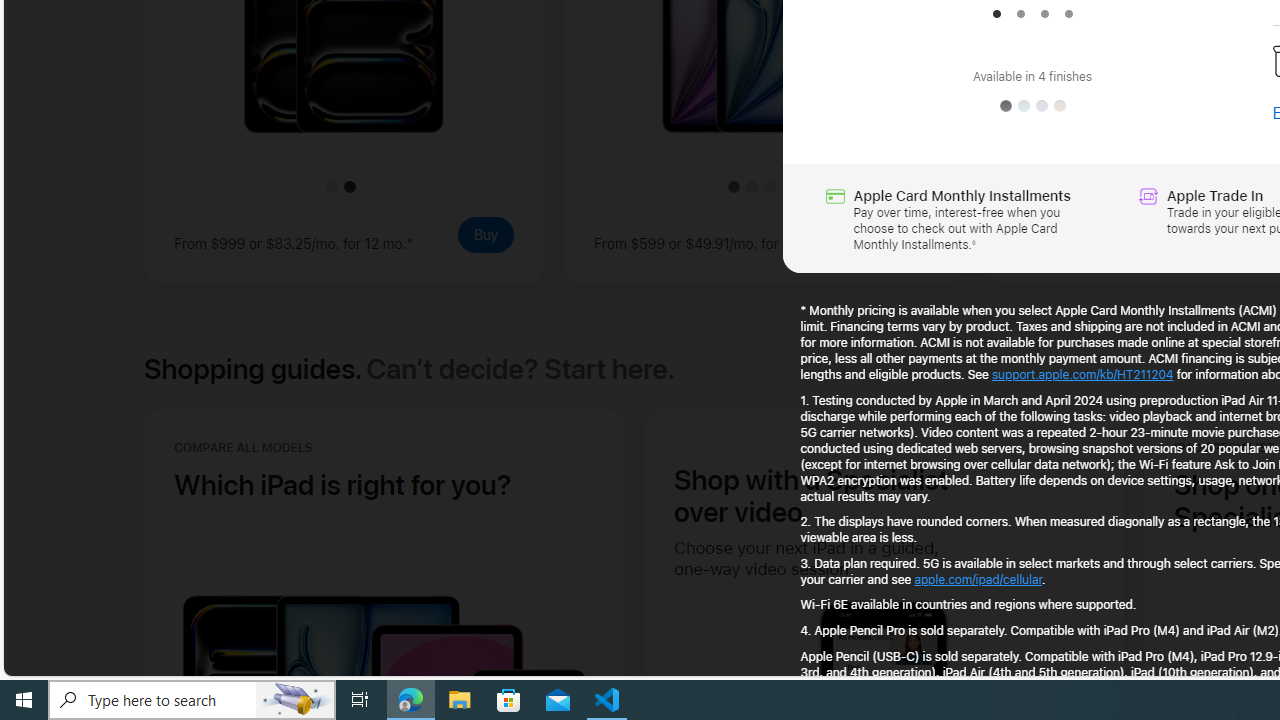 Image resolution: width=1280 pixels, height=720 pixels. I want to click on 'Item 4', so click(1067, 14).